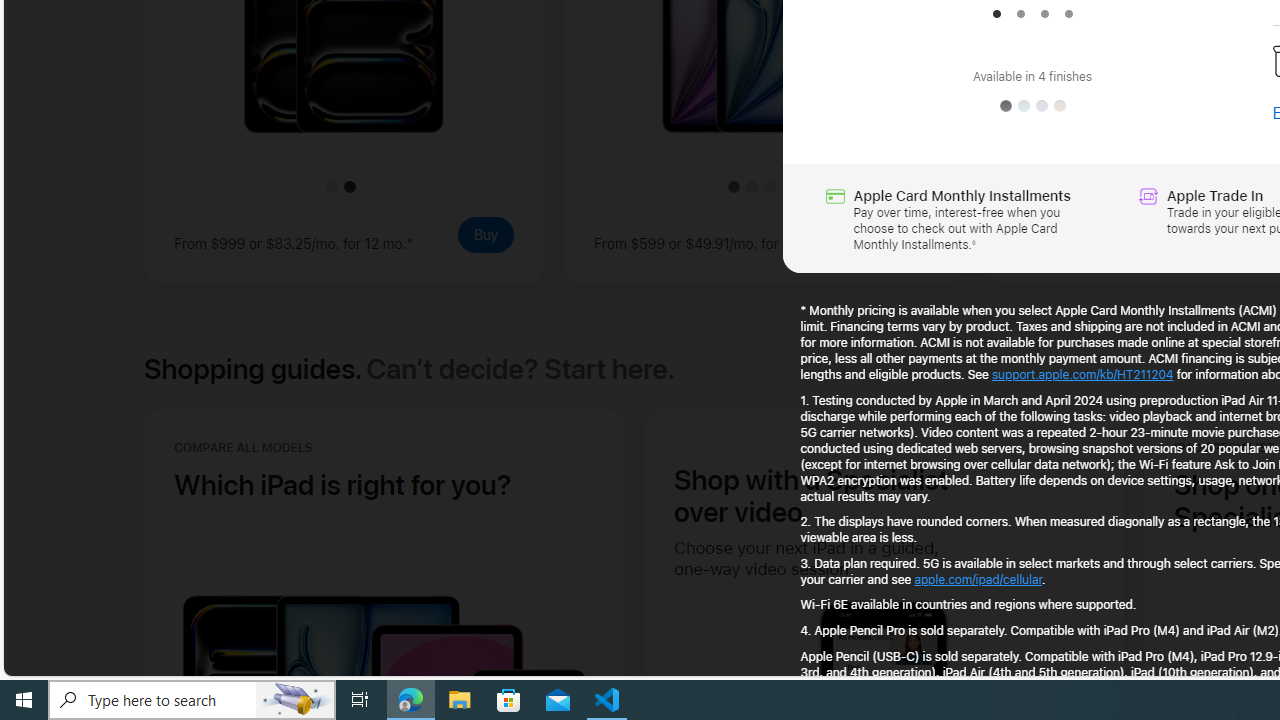 Image resolution: width=1280 pixels, height=720 pixels. I want to click on 'Item 4', so click(1067, 14).